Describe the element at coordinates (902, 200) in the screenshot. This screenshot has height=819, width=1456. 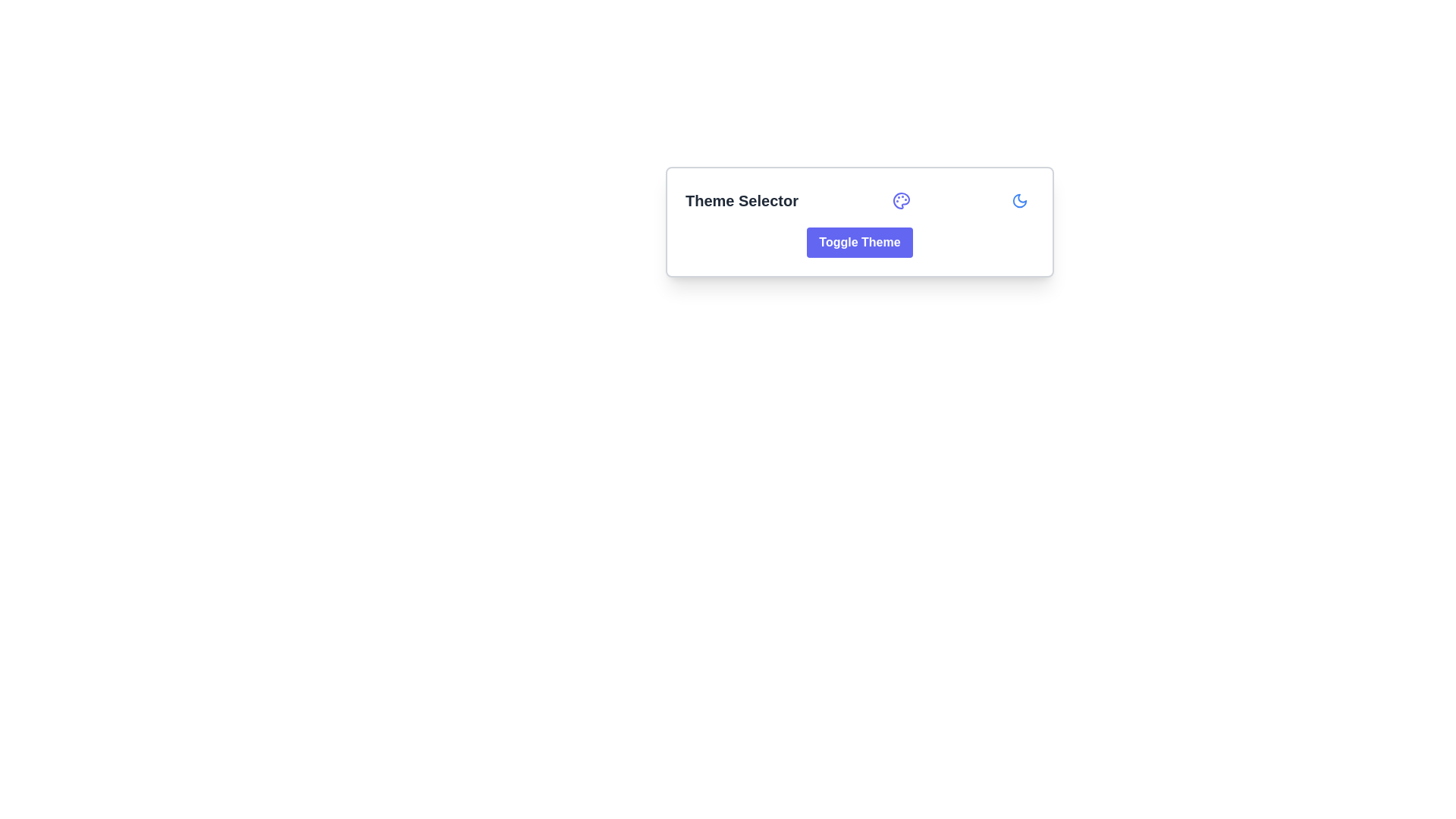
I see `the circular icon located in the center-left region of the interface, next to the 'Theme Selector' title and the 'Toggle Theme' button` at that location.